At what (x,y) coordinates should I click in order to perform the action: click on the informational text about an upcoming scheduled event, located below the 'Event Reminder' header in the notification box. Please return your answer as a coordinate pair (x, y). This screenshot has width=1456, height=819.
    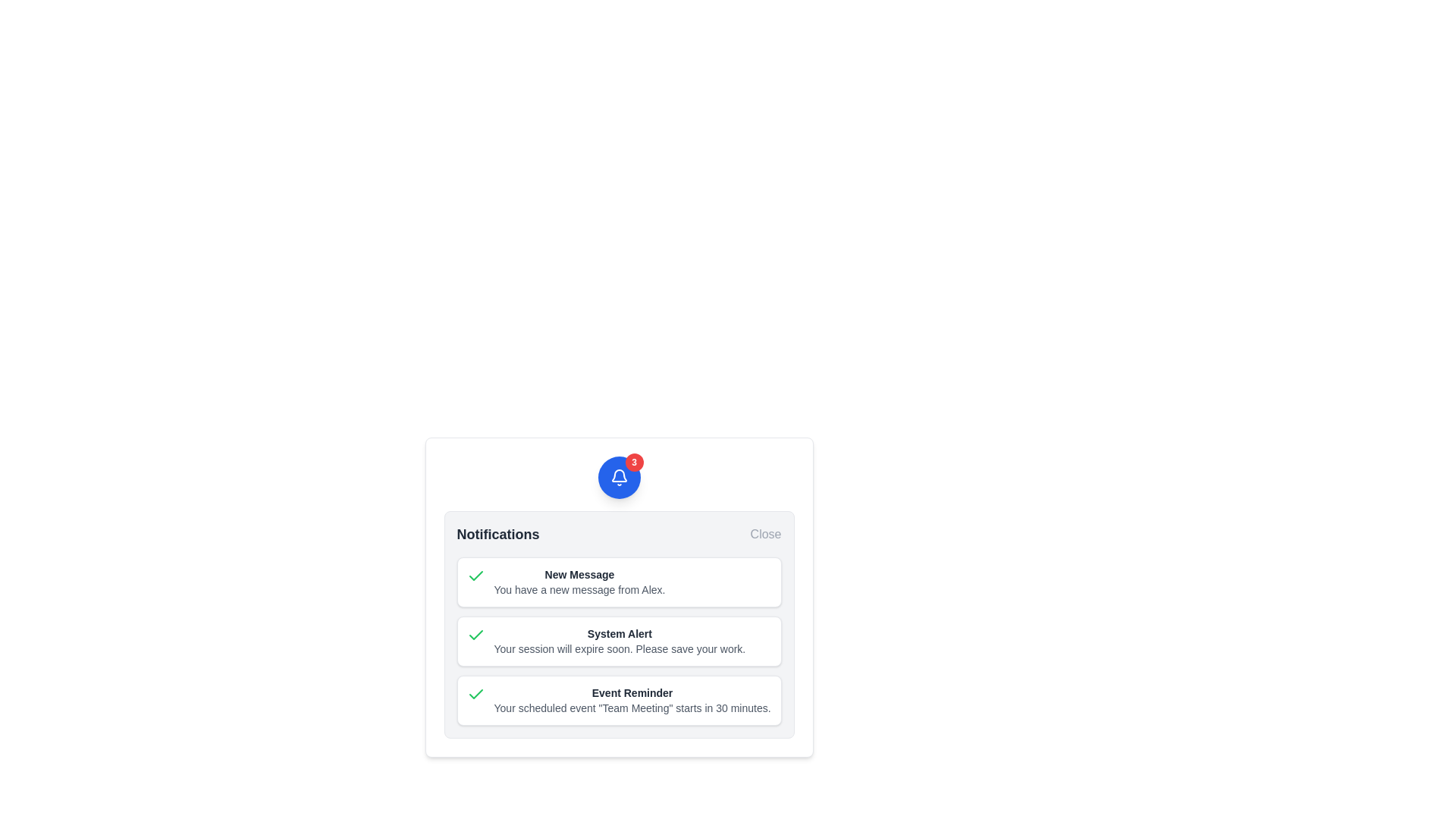
    Looking at the image, I should click on (632, 708).